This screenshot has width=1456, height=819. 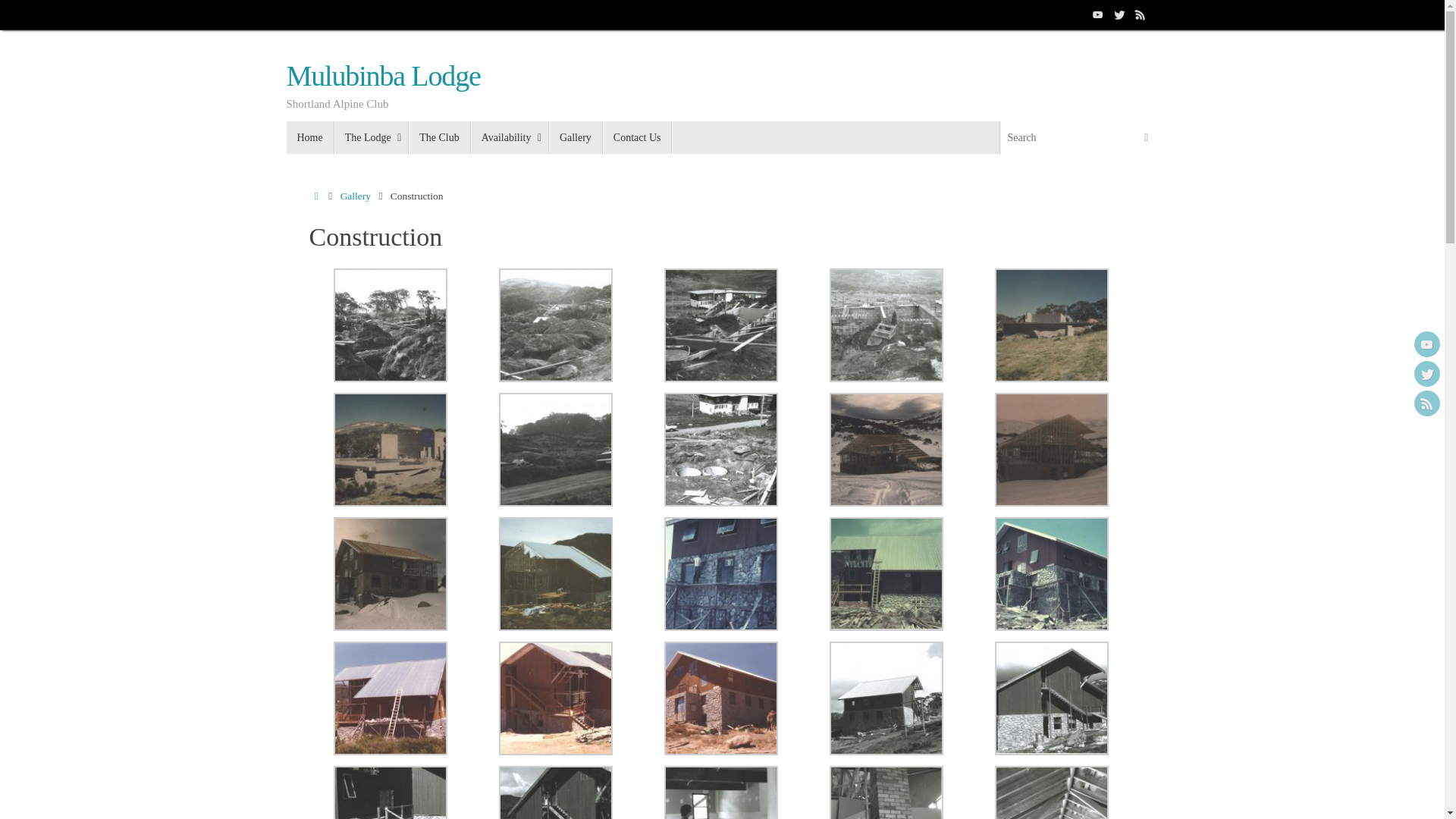 I want to click on 'YouTube', so click(x=1098, y=14).